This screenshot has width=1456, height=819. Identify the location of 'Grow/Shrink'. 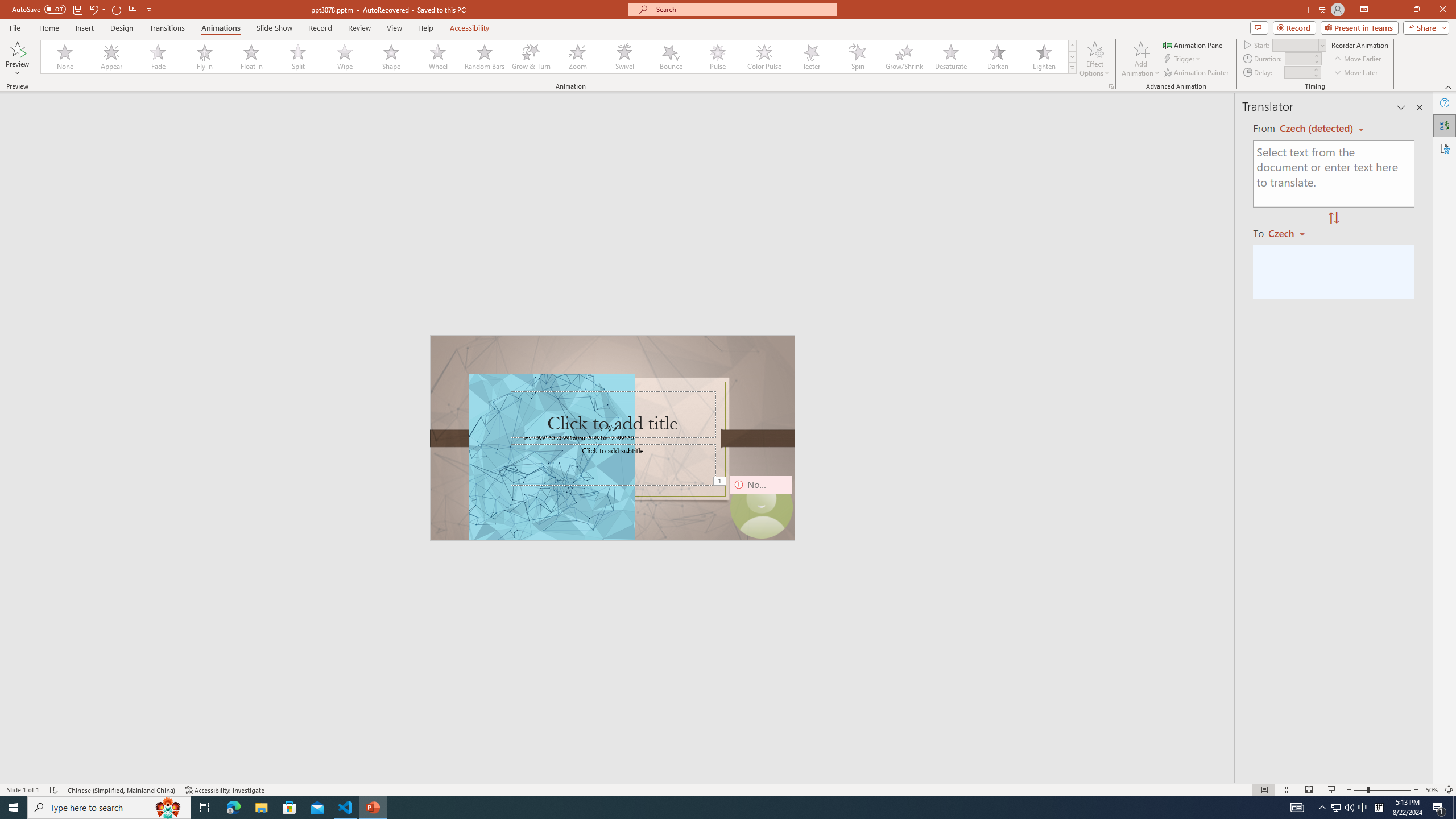
(904, 56).